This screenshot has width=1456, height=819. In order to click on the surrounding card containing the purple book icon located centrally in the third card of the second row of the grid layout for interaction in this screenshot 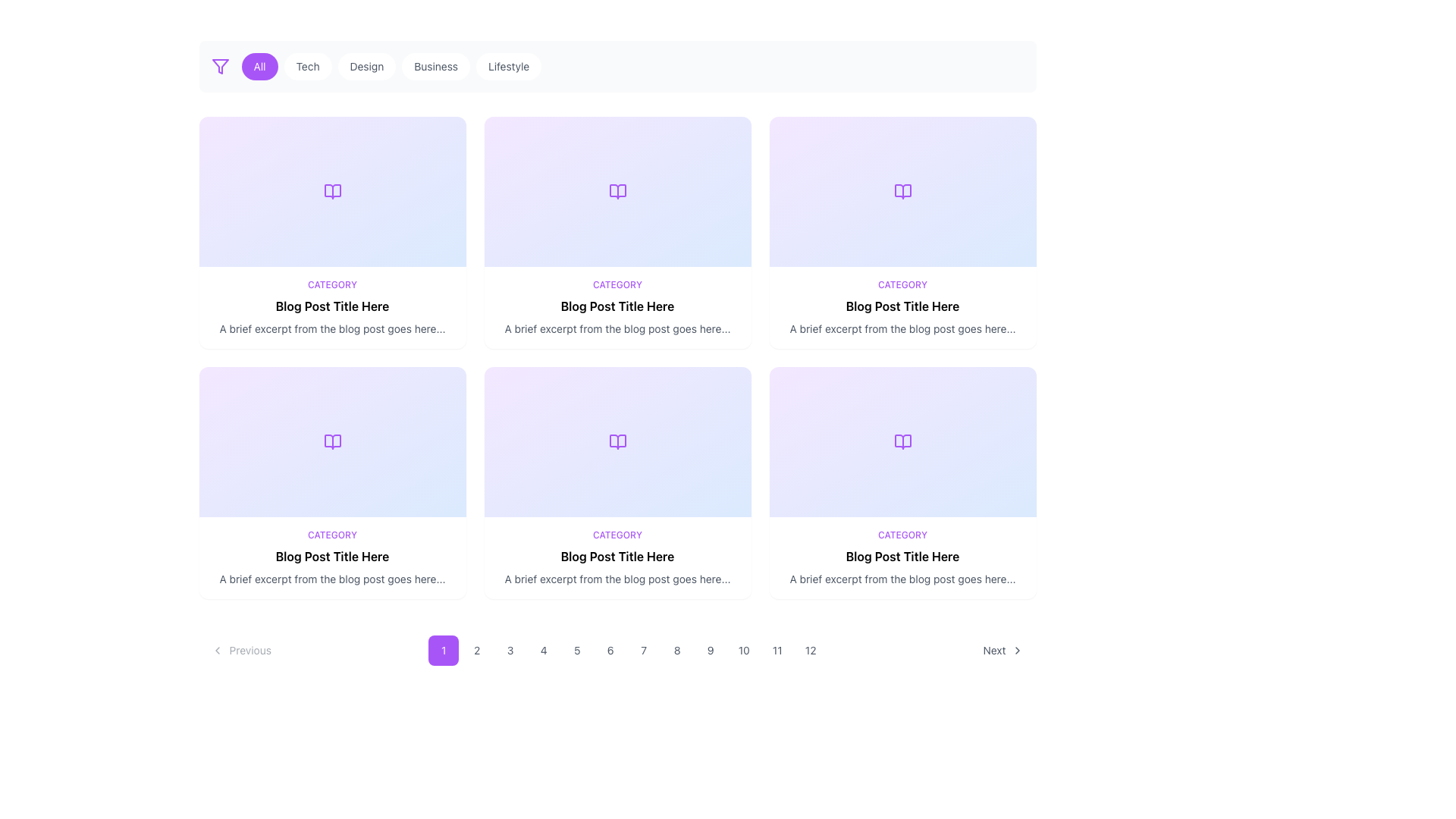, I will do `click(617, 441)`.